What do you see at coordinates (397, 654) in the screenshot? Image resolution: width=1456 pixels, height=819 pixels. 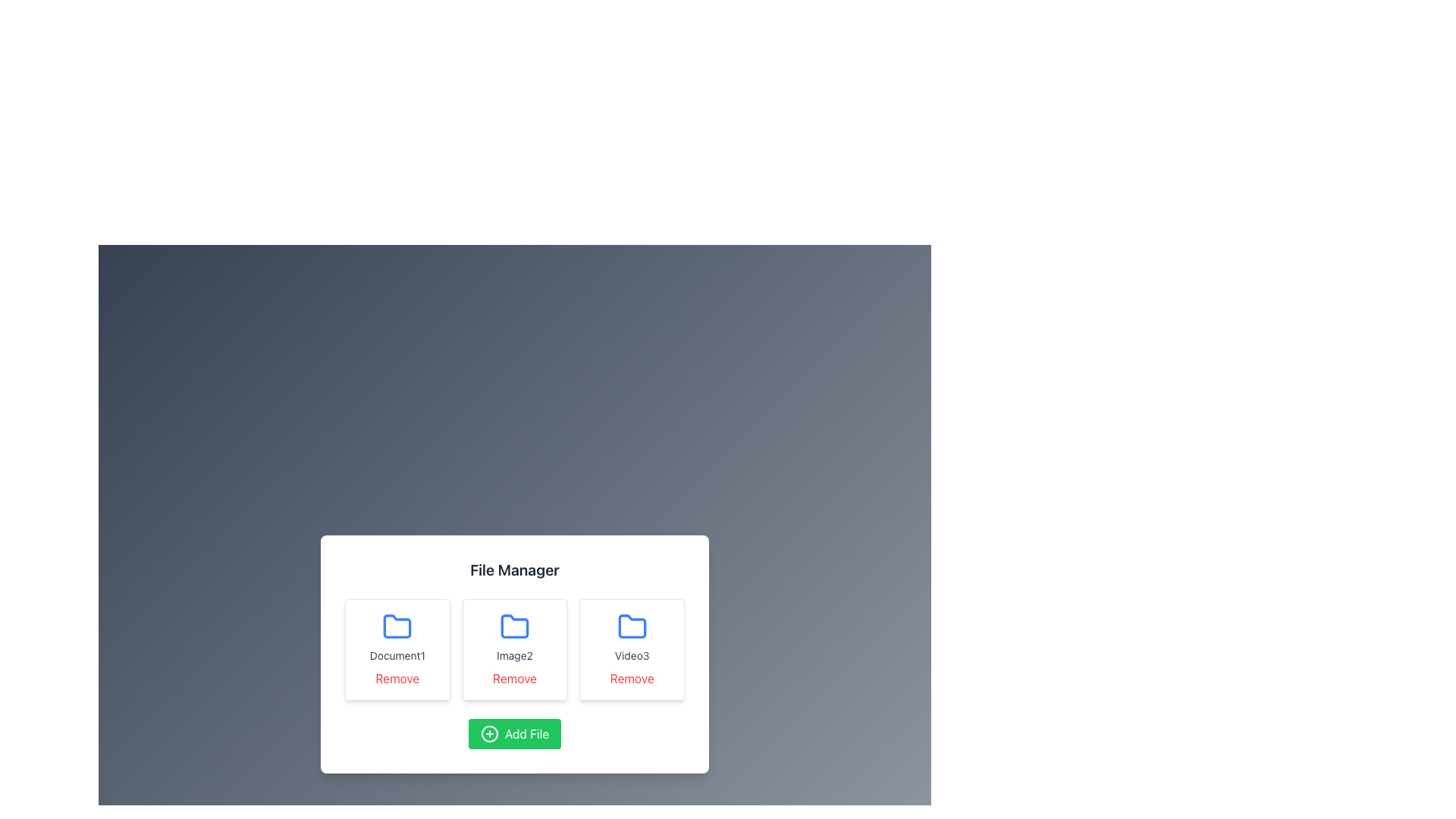 I see `the text label 'Document1' which is styled in gray color and located beneath the blue folder icon in the file manager interface` at bounding box center [397, 654].